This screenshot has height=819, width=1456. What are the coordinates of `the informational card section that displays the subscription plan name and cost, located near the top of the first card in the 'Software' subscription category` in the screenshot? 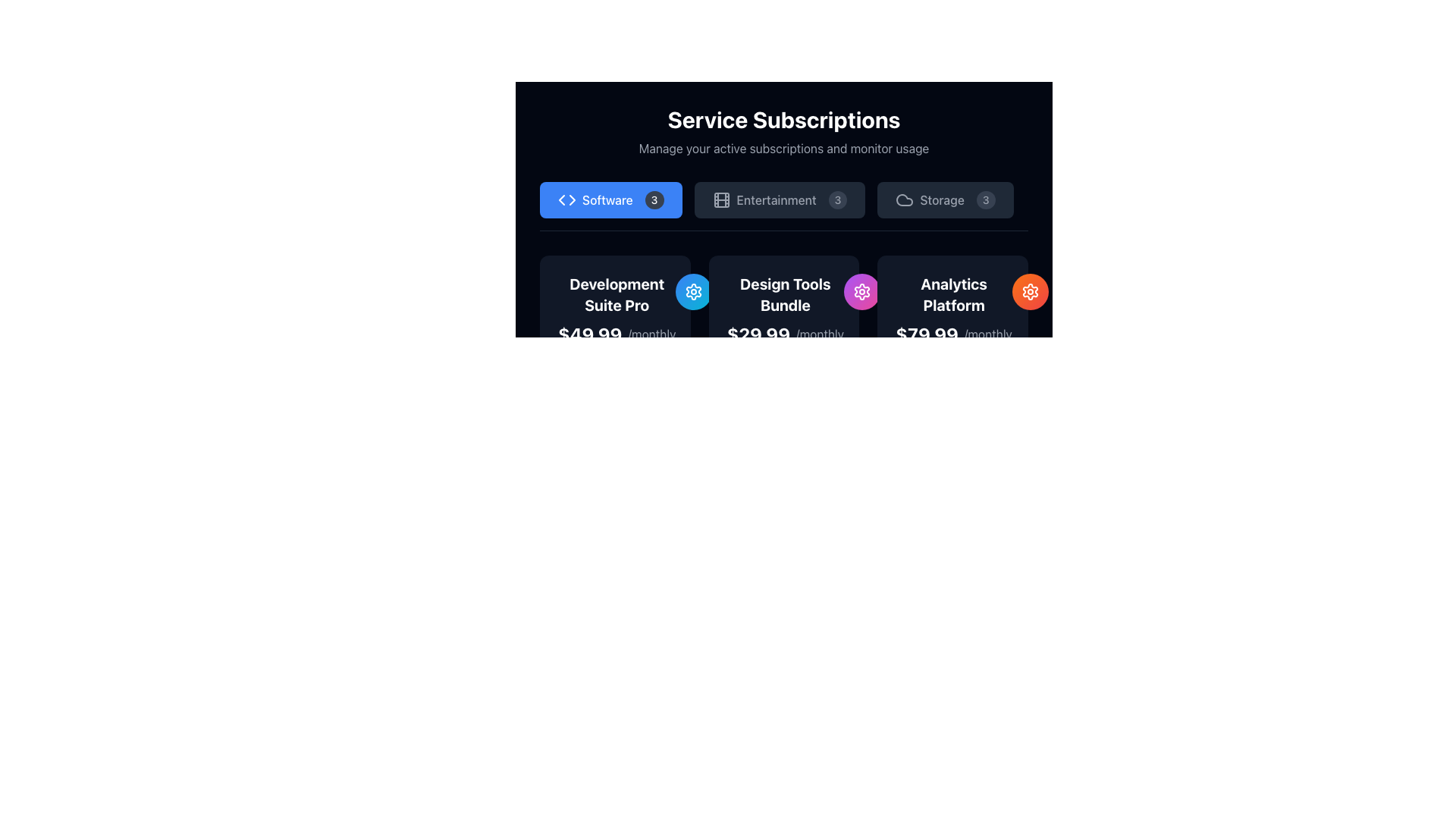 It's located at (615, 309).